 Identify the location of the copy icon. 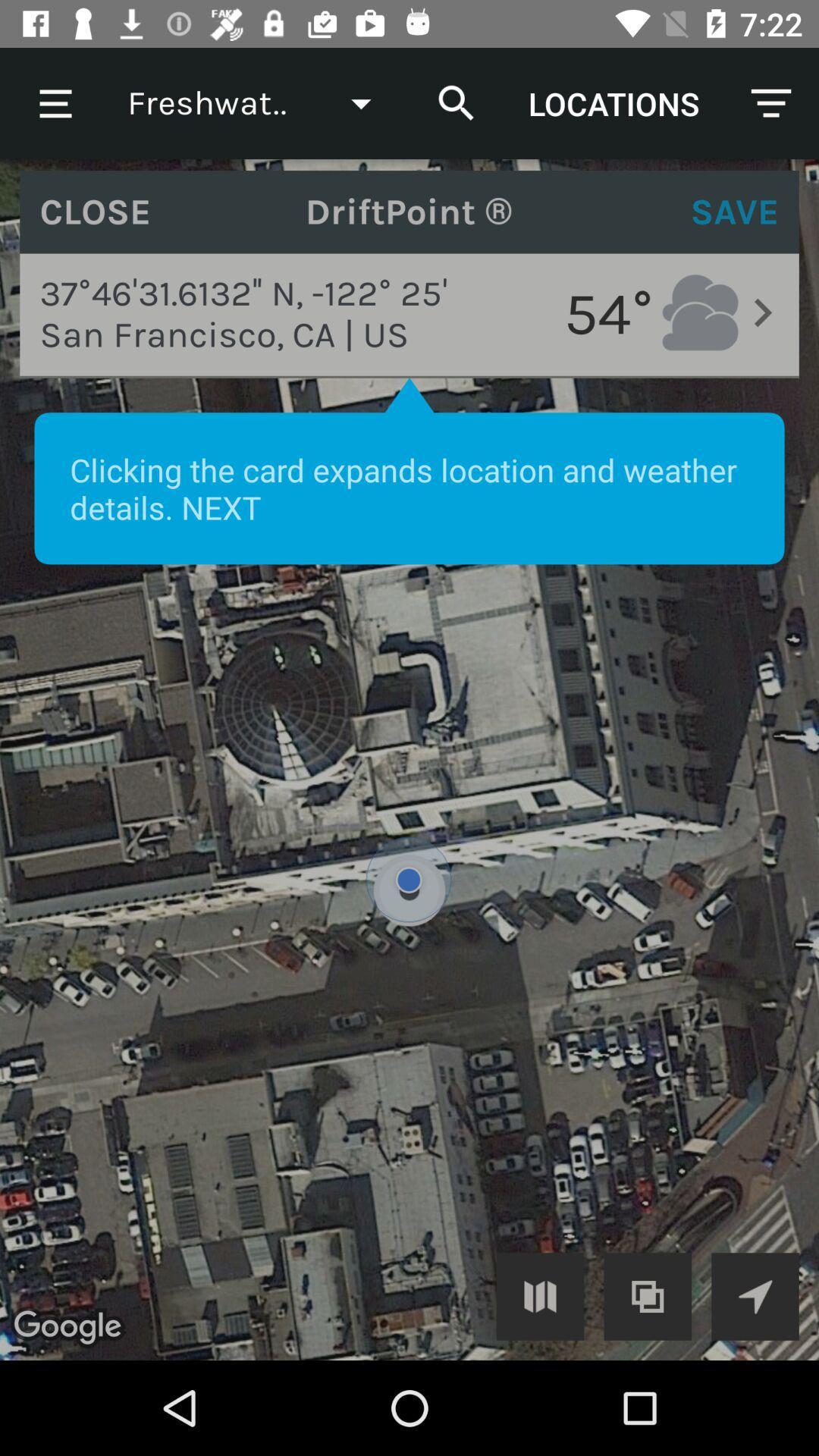
(648, 1295).